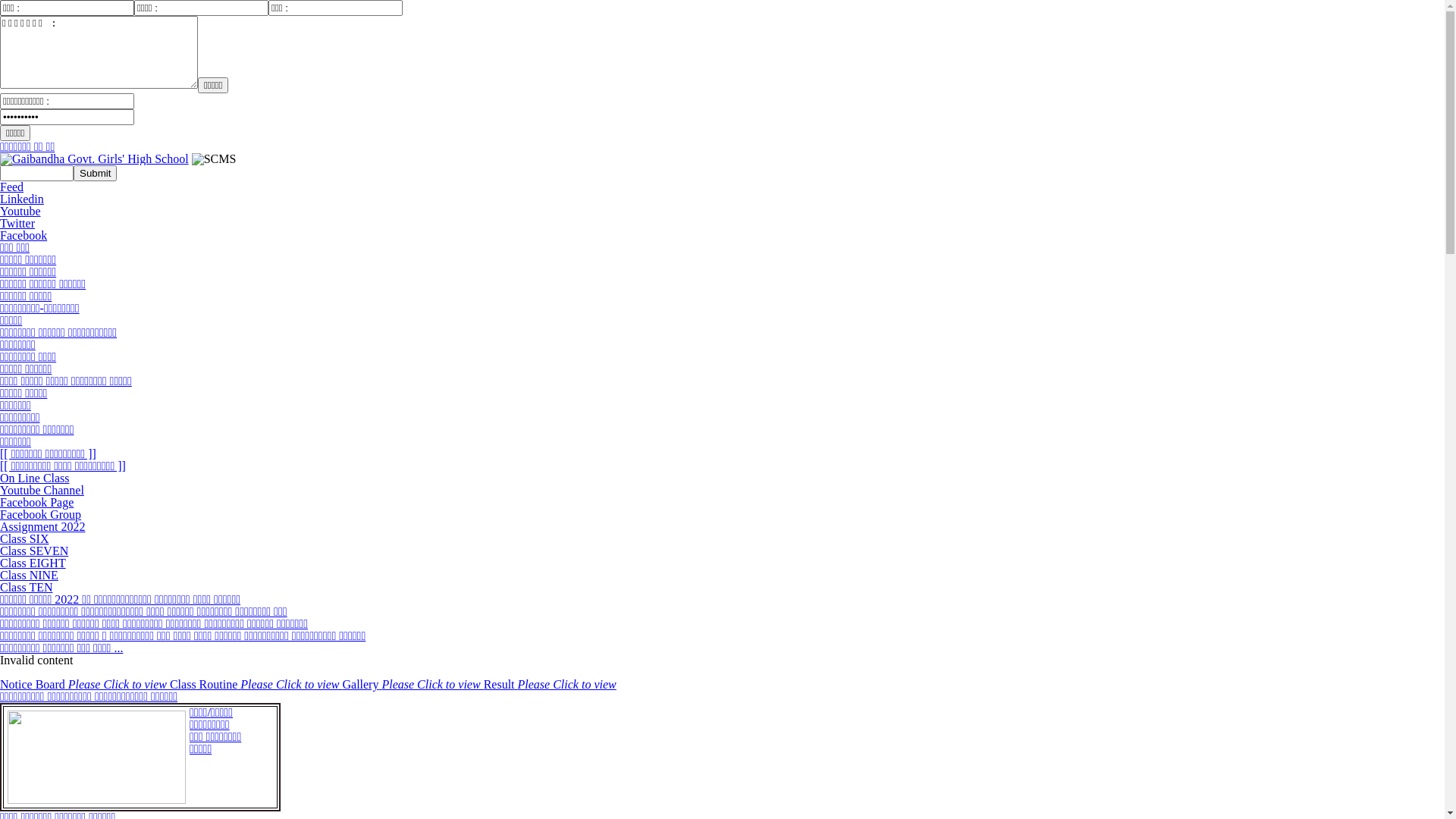  What do you see at coordinates (412, 684) in the screenshot?
I see `'Gallery Please Click to view'` at bounding box center [412, 684].